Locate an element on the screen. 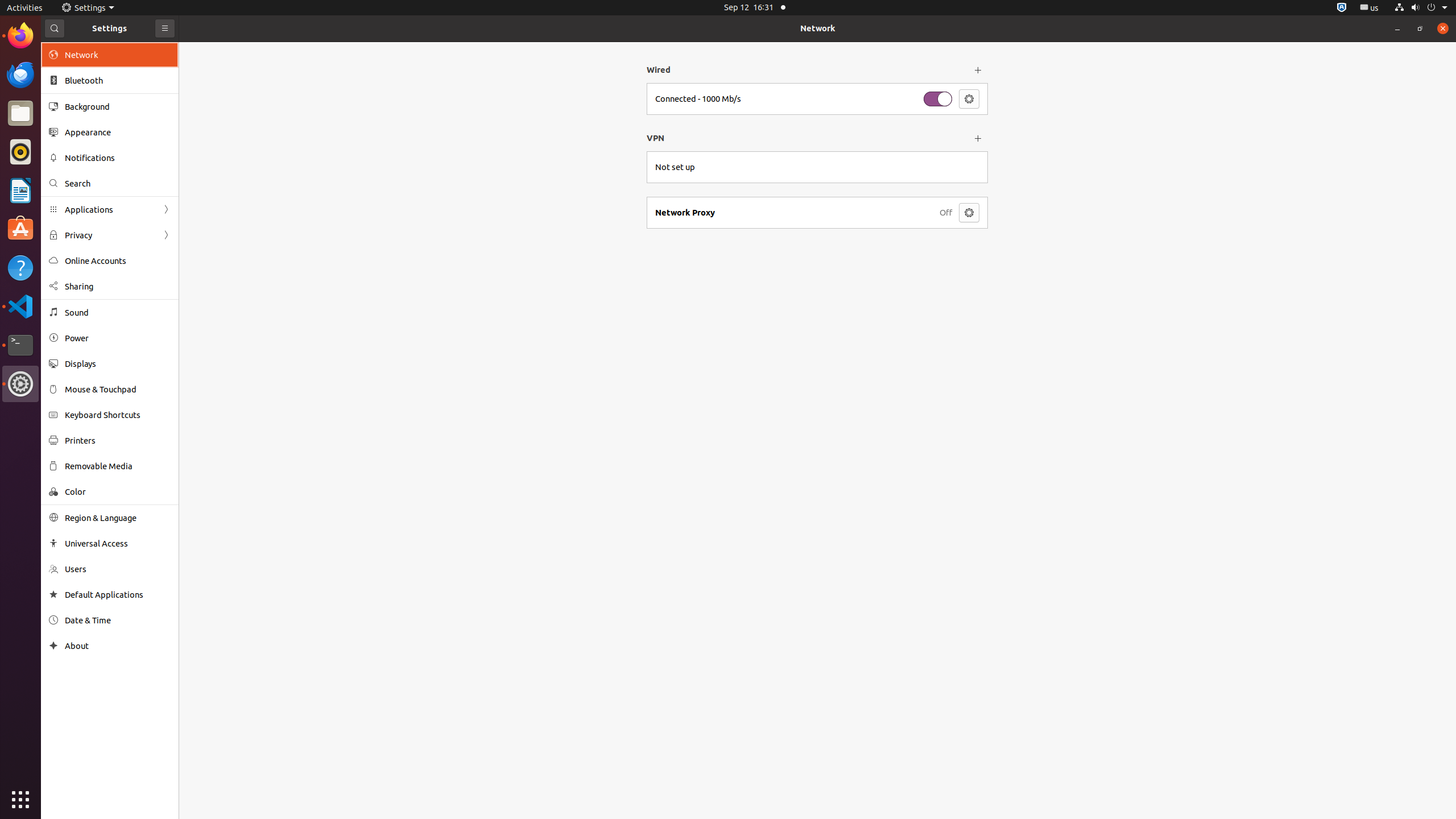 This screenshot has height=819, width=1456. 'Restore' is located at coordinates (1420, 28).